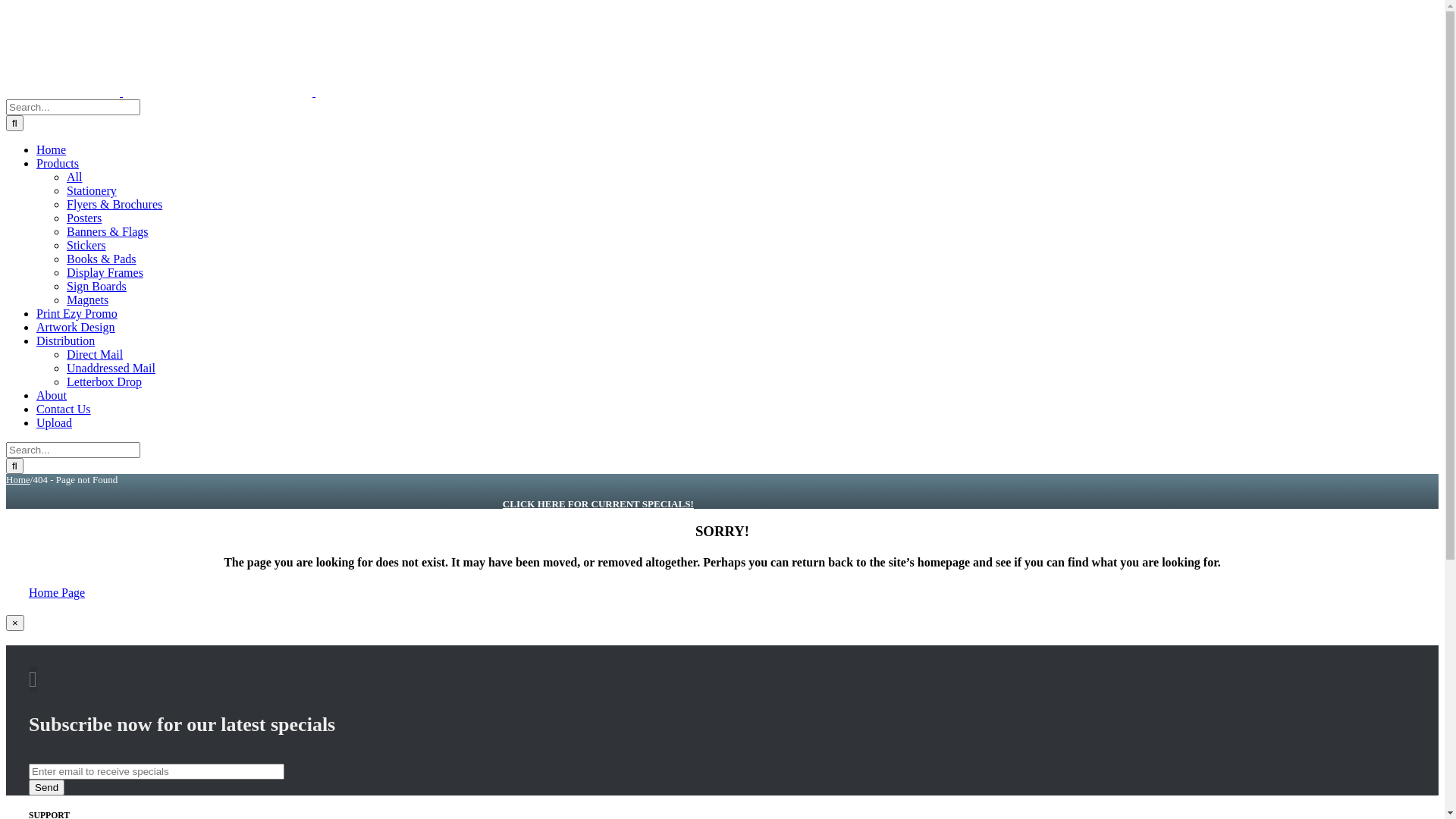 Image resolution: width=1456 pixels, height=819 pixels. What do you see at coordinates (86, 244) in the screenshot?
I see `'Stickers'` at bounding box center [86, 244].